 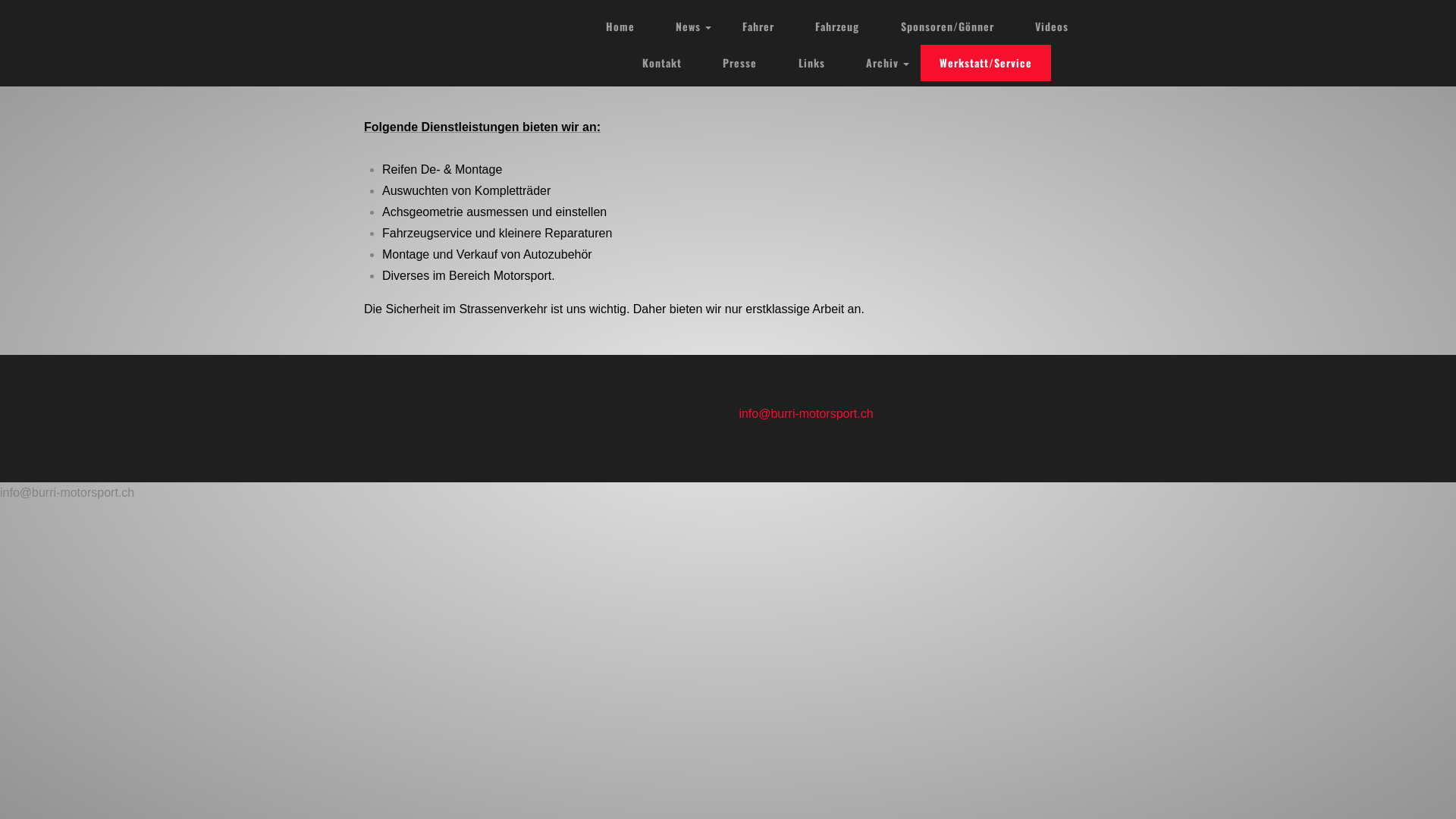 What do you see at coordinates (758, 26) in the screenshot?
I see `'Fahrer'` at bounding box center [758, 26].